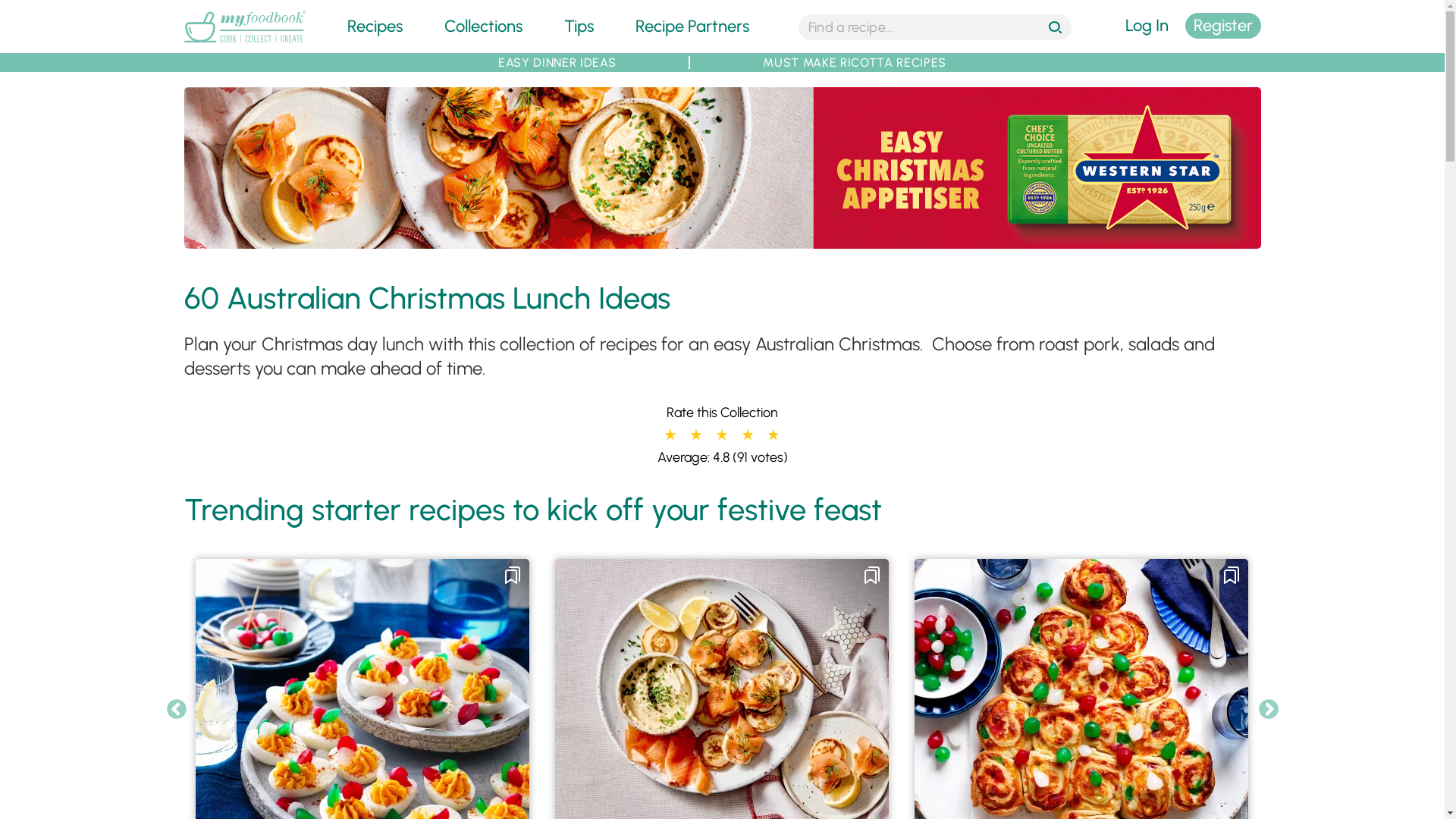  I want to click on 'Log In', so click(1147, 26).